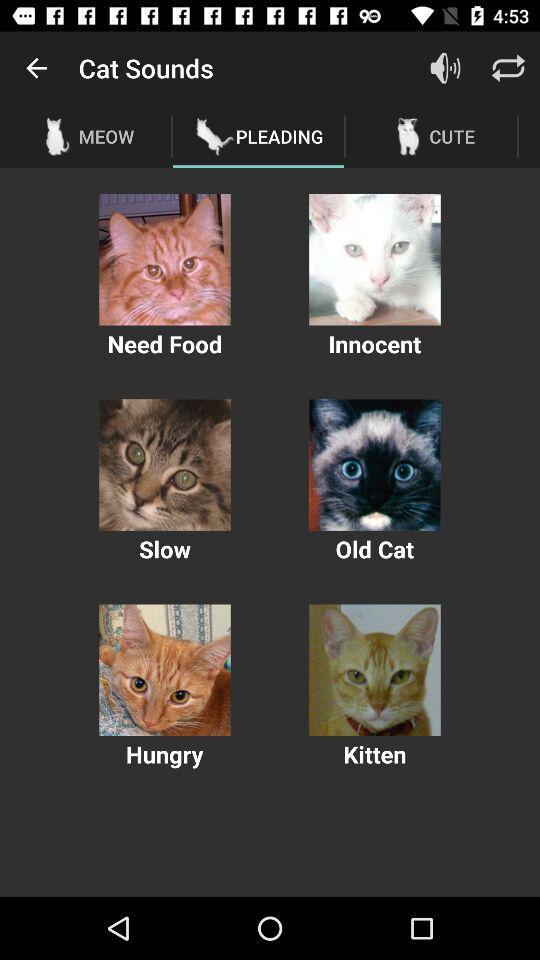 The image size is (540, 960). What do you see at coordinates (374, 670) in the screenshot?
I see `hear a kitten sound` at bounding box center [374, 670].